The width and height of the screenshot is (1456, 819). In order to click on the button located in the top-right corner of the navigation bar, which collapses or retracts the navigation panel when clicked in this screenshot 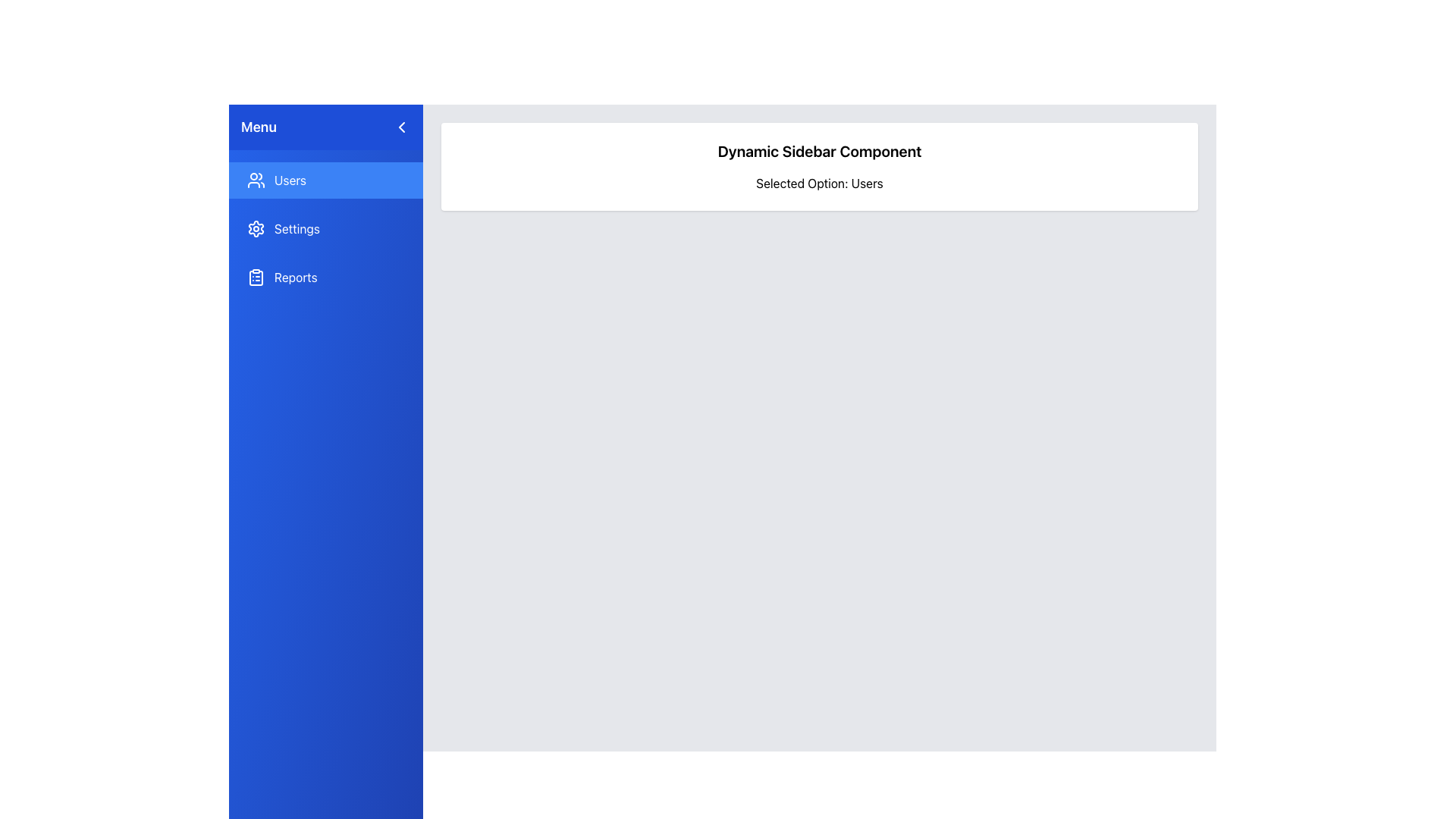, I will do `click(401, 127)`.